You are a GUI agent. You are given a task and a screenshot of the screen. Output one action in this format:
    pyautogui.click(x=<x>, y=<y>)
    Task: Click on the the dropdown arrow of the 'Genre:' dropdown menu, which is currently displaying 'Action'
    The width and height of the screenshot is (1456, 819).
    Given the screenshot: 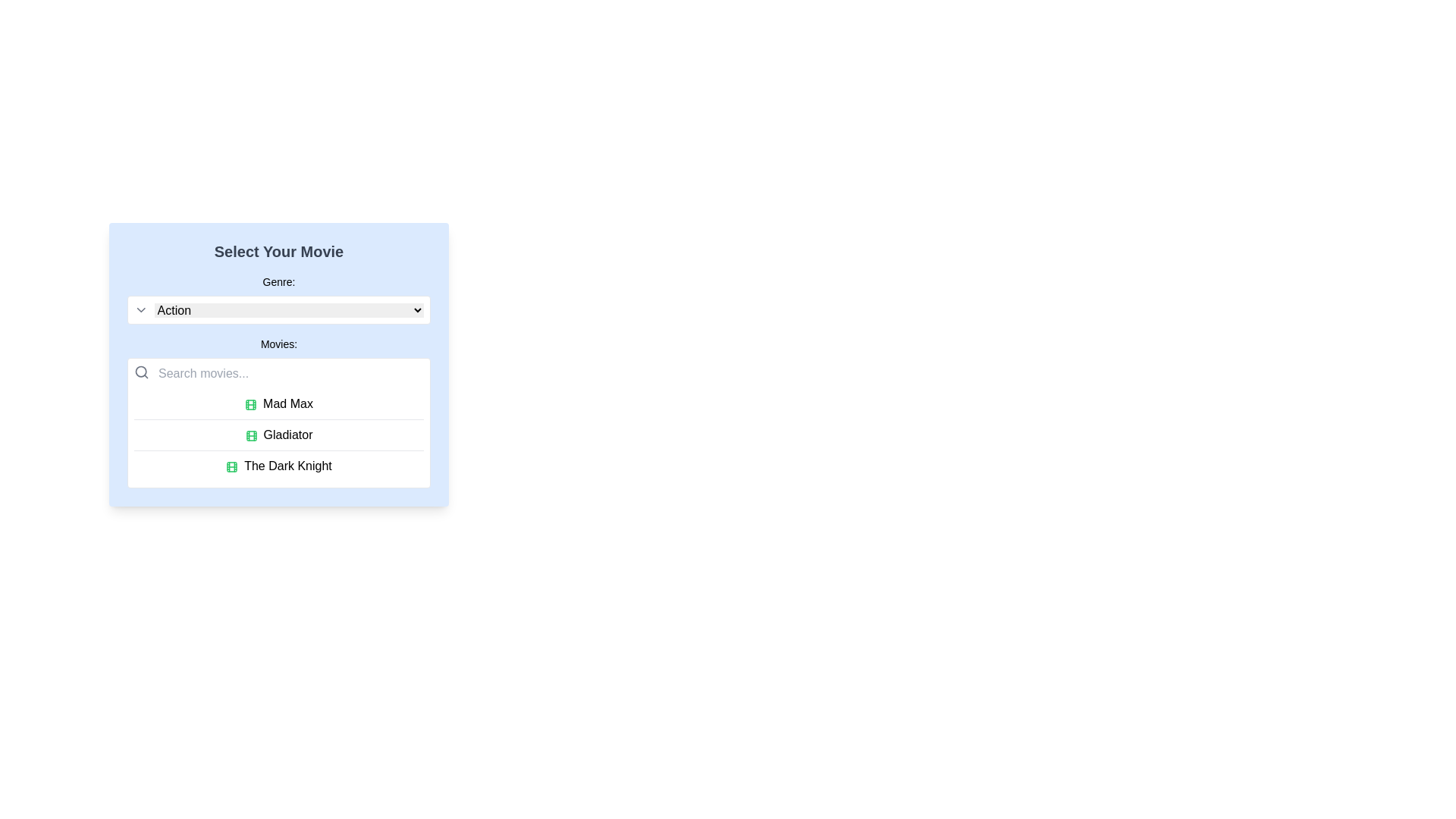 What is the action you would take?
    pyautogui.click(x=279, y=299)
    